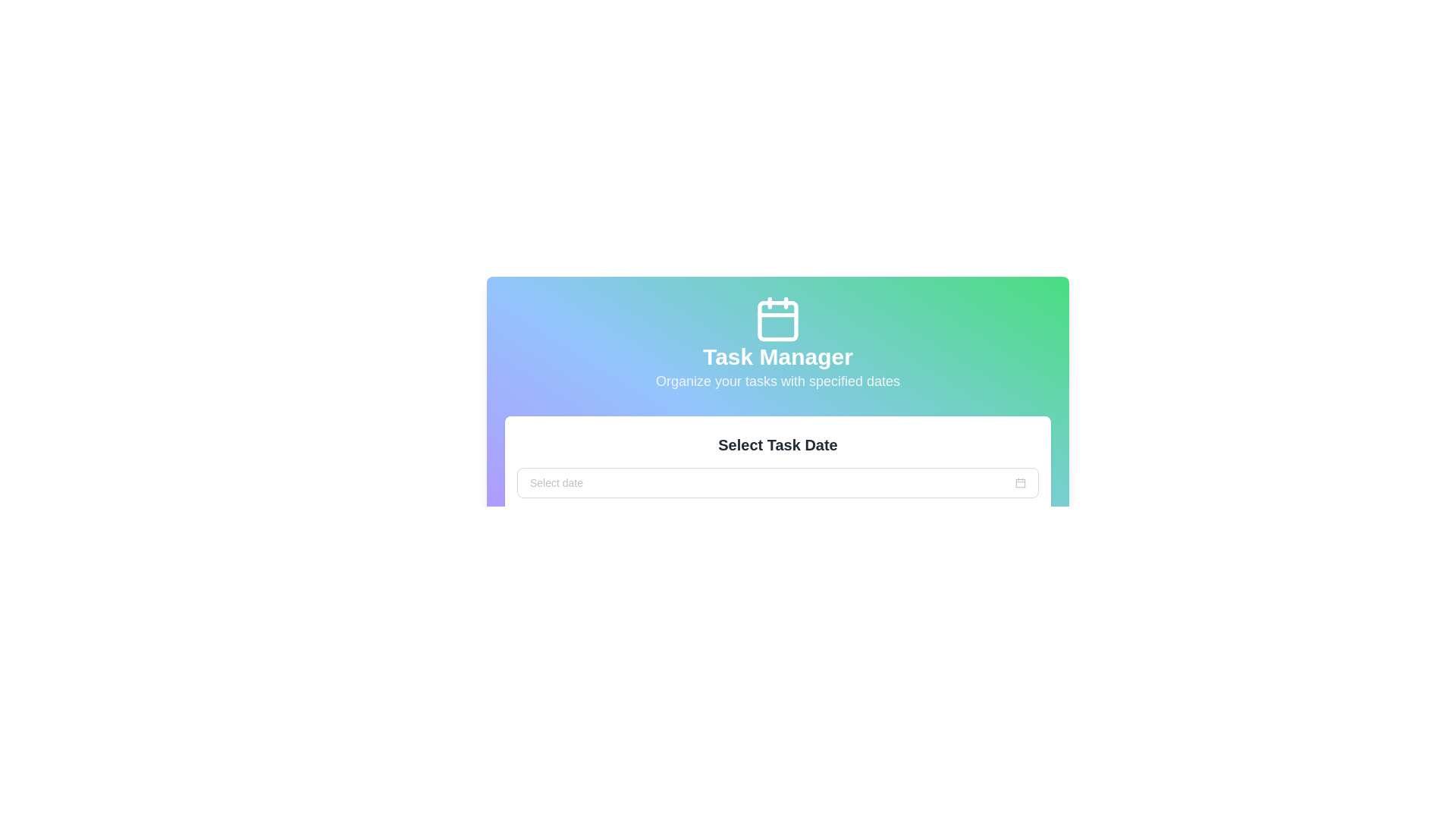 This screenshot has height=819, width=1456. Describe the element at coordinates (778, 444) in the screenshot. I see `text from the Text Label element that displays 'Select Task Date', which is prominently styled in bold and dark gray color at the top of a white panel` at that location.